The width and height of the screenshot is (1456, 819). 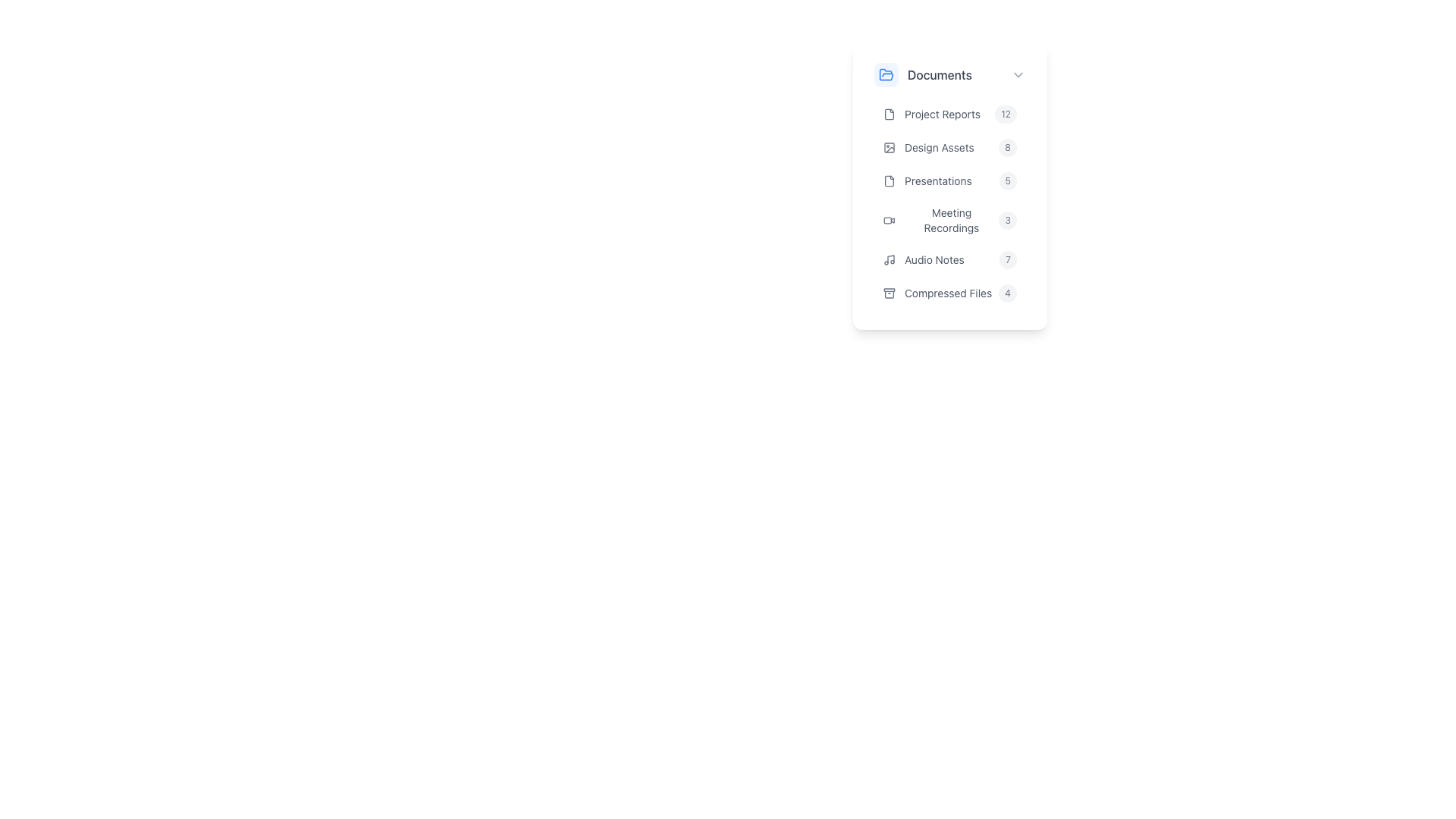 I want to click on the Static Text Label identifying a menu item under the 'Documents' category, which is the second text component following a file icon, so click(x=942, y=113).